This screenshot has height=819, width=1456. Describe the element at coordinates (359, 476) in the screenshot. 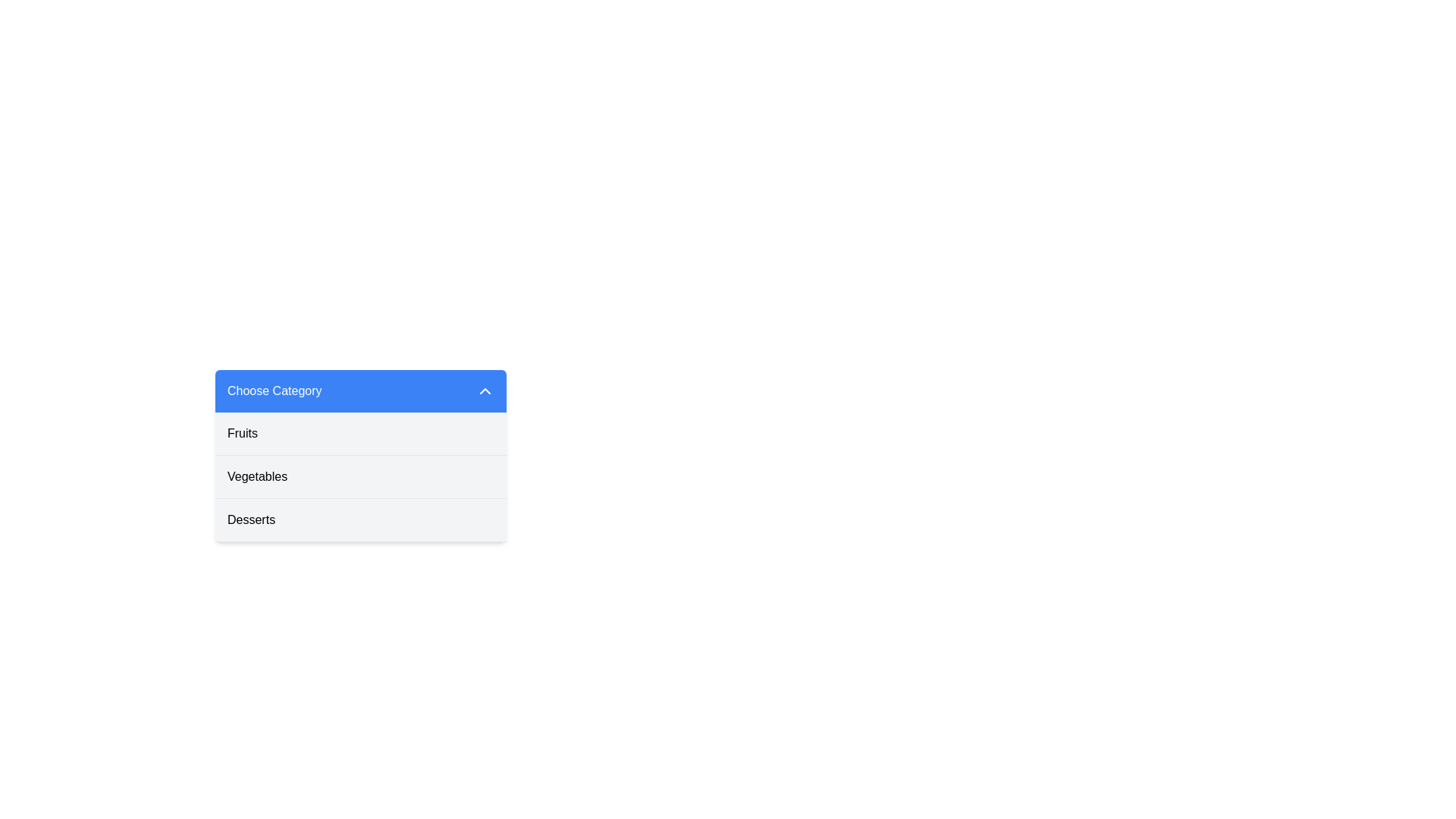

I see `the second item in the category selection list, which represents the 'Vegetables' category` at that location.